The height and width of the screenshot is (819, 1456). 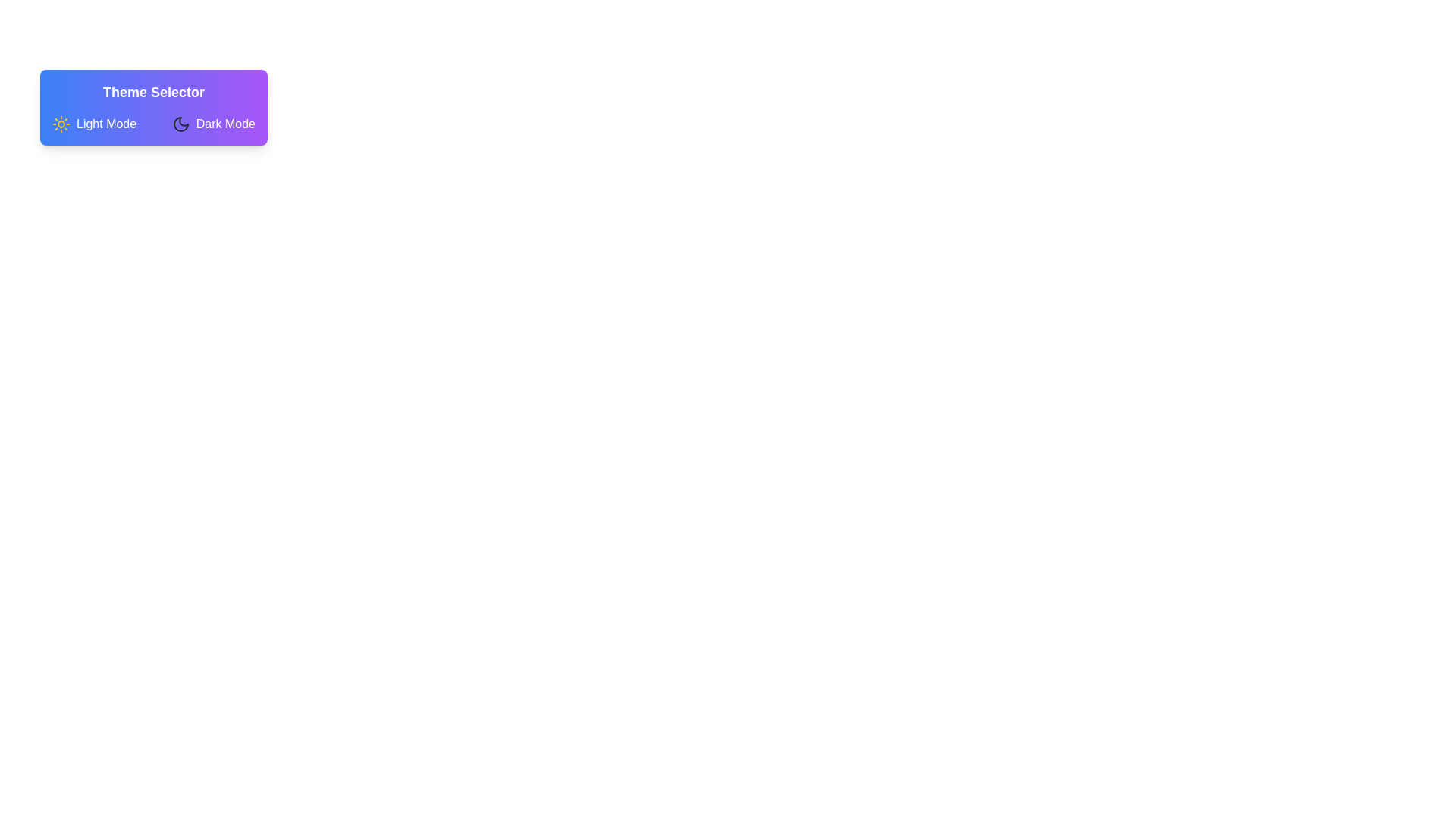 What do you see at coordinates (61, 124) in the screenshot?
I see `the sun icon representing the bright theme, which is the first icon in the theme selection group, located to the left of the 'Light Mode' label` at bounding box center [61, 124].